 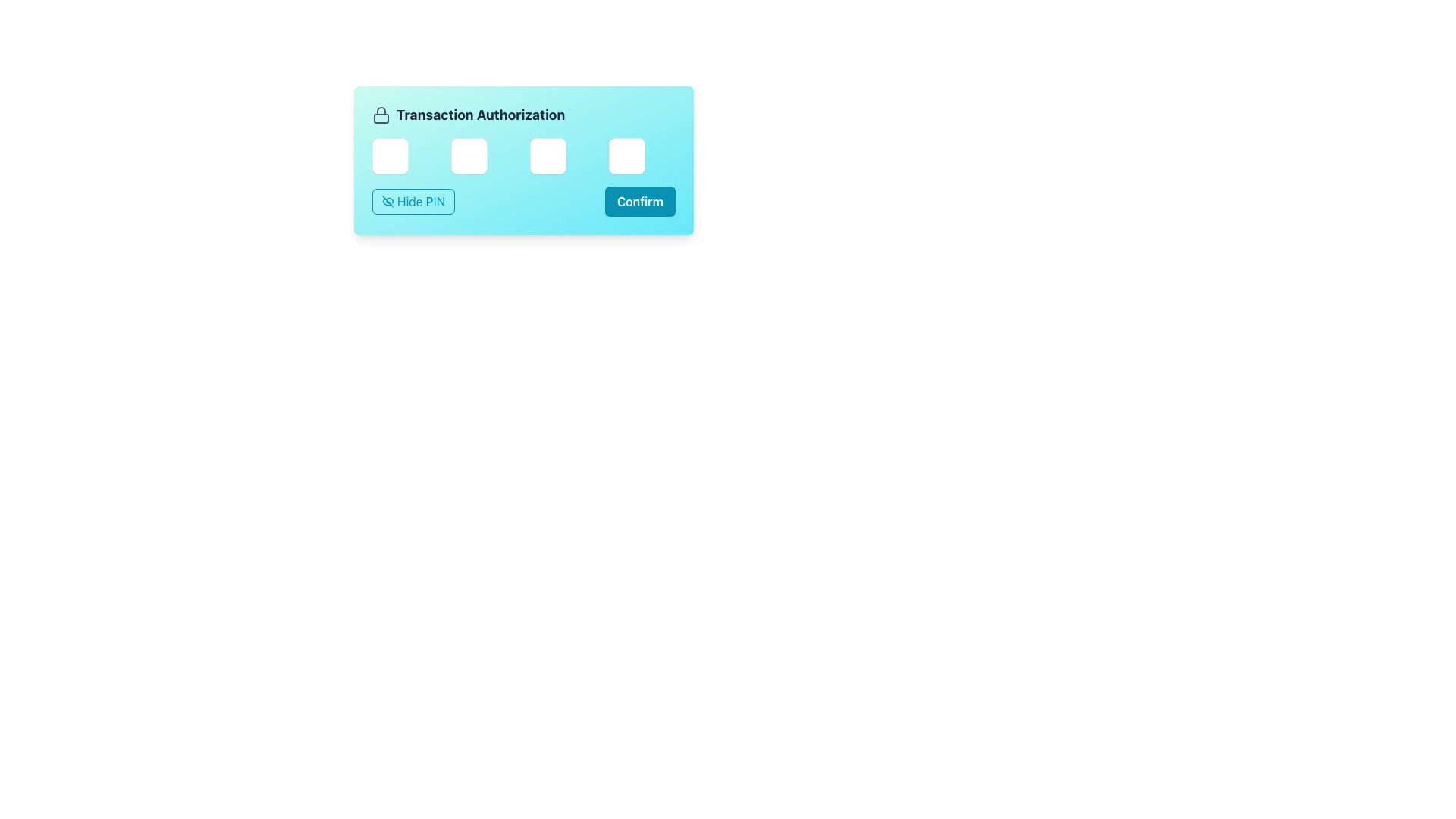 I want to click on the 'Hide PIN' button, which is a textual button styled in cyan and associated with an eye icon, so click(x=421, y=201).